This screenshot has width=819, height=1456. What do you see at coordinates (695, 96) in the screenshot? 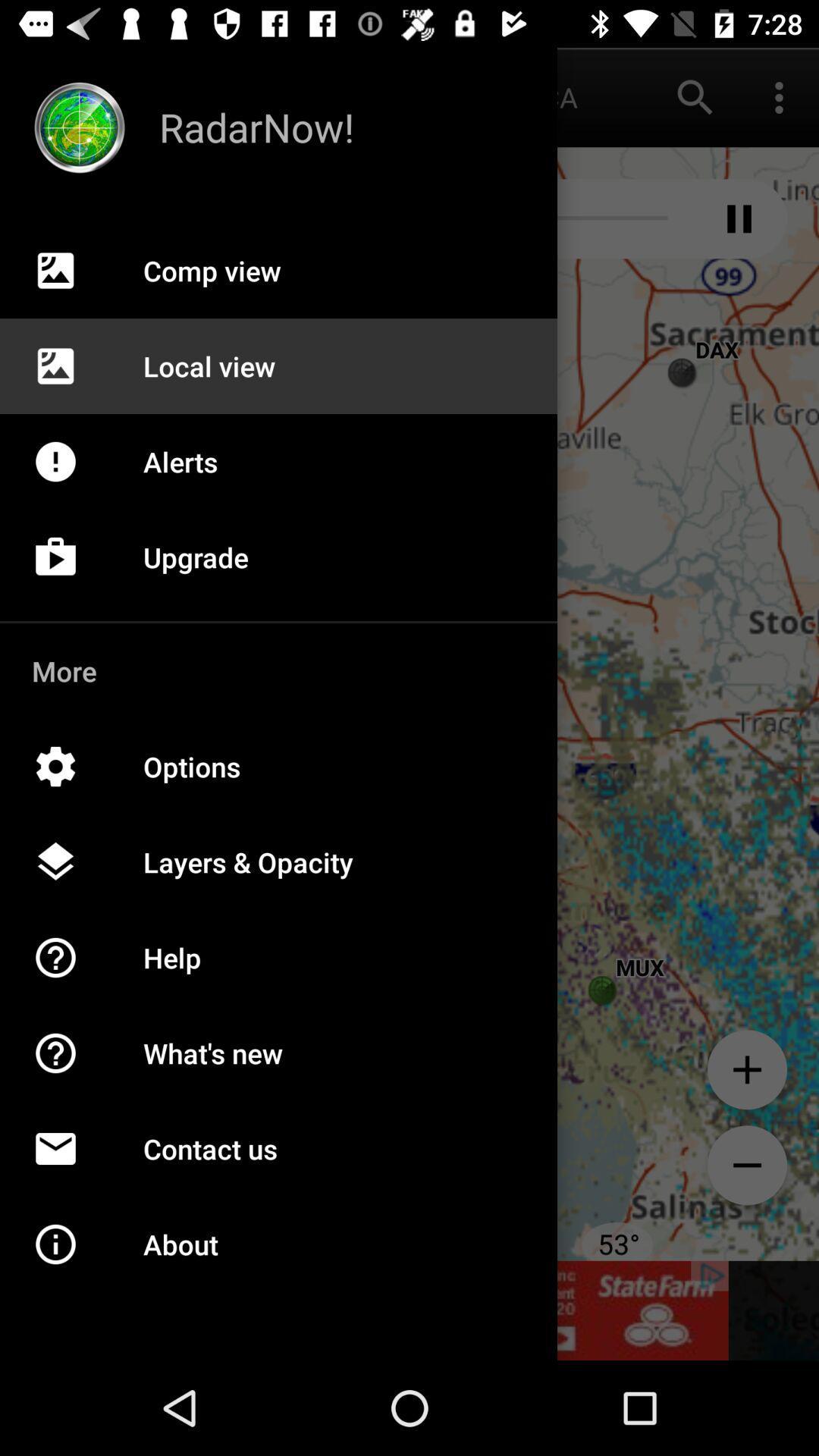
I see `the search icon` at bounding box center [695, 96].